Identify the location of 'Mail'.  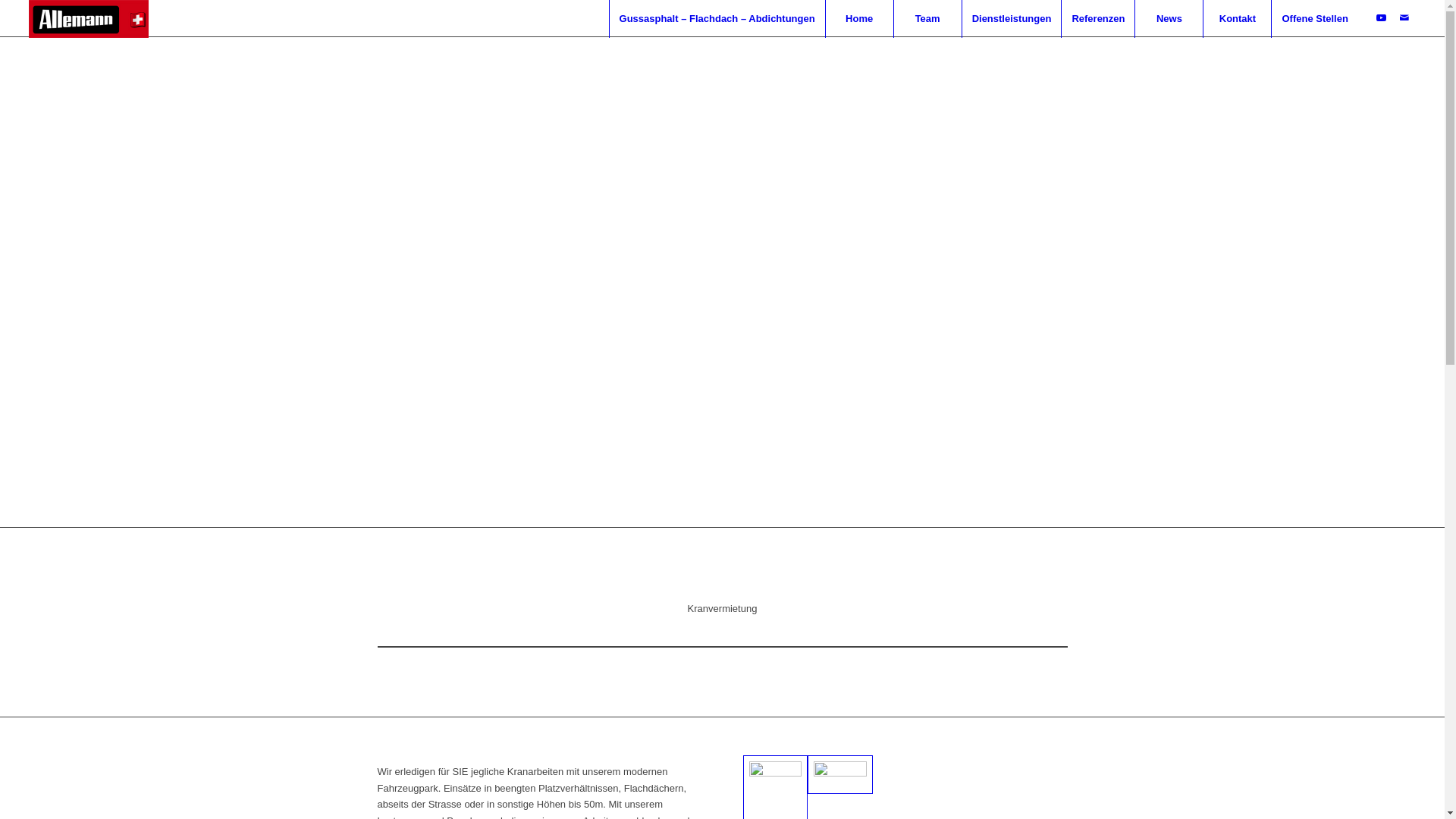
(1404, 17).